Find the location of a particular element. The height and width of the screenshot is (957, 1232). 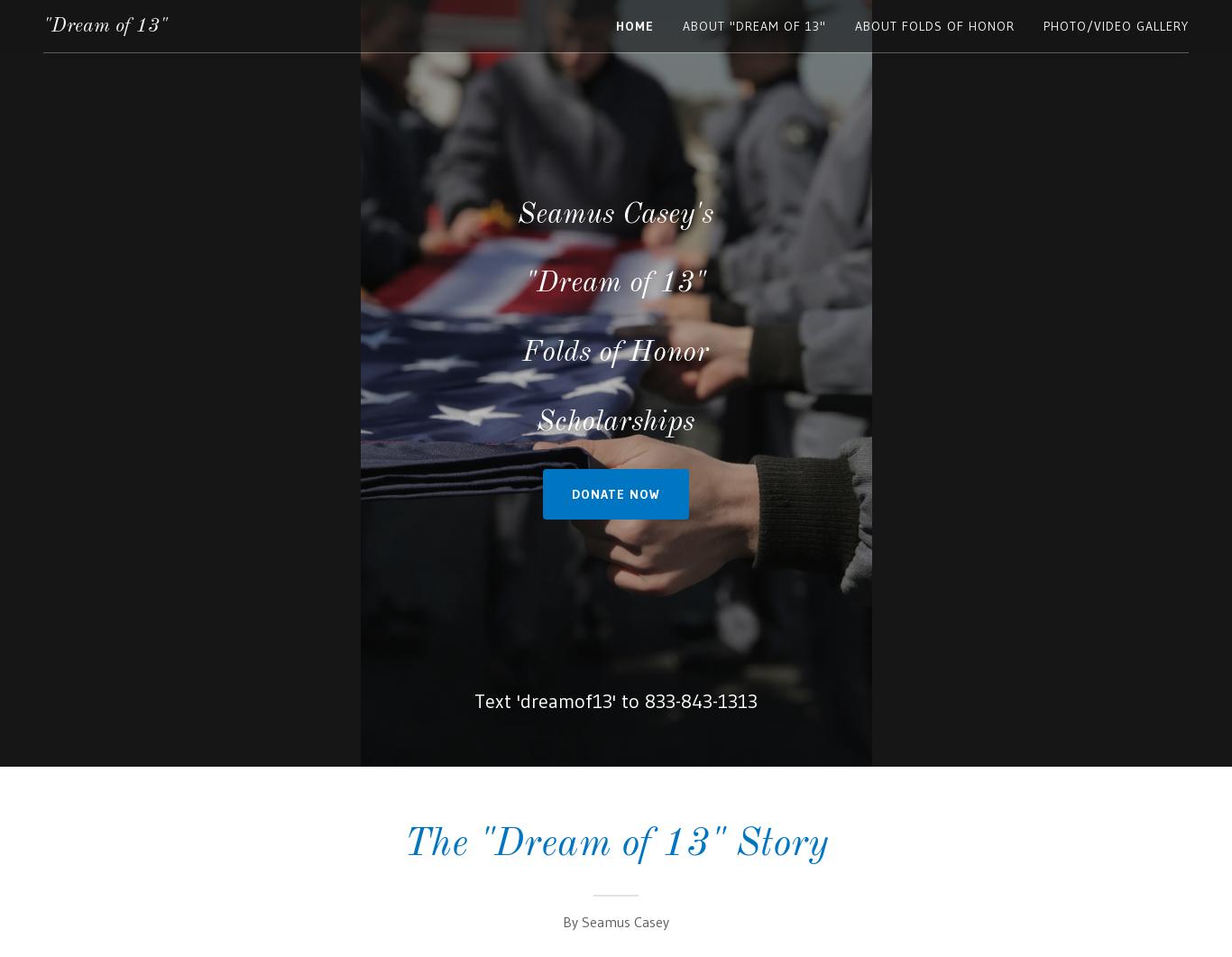

'833-843-1313' is located at coordinates (644, 701).